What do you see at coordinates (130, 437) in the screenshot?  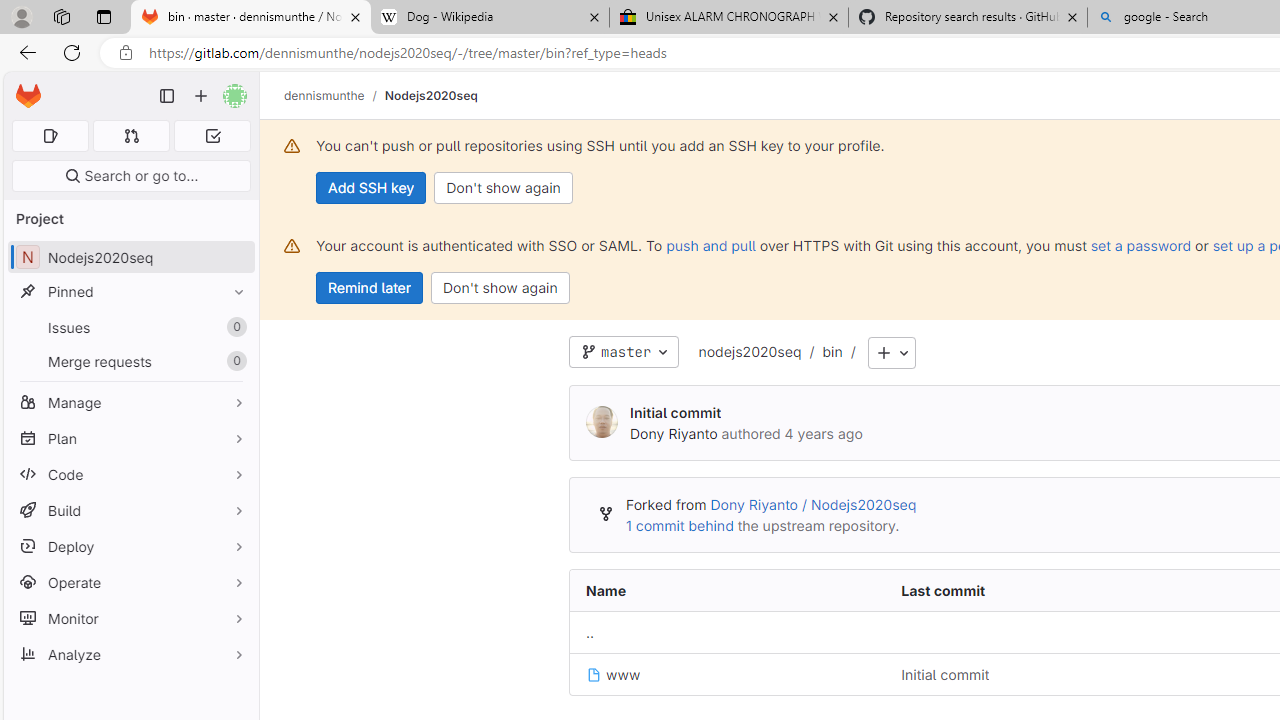 I see `'Plan'` at bounding box center [130, 437].